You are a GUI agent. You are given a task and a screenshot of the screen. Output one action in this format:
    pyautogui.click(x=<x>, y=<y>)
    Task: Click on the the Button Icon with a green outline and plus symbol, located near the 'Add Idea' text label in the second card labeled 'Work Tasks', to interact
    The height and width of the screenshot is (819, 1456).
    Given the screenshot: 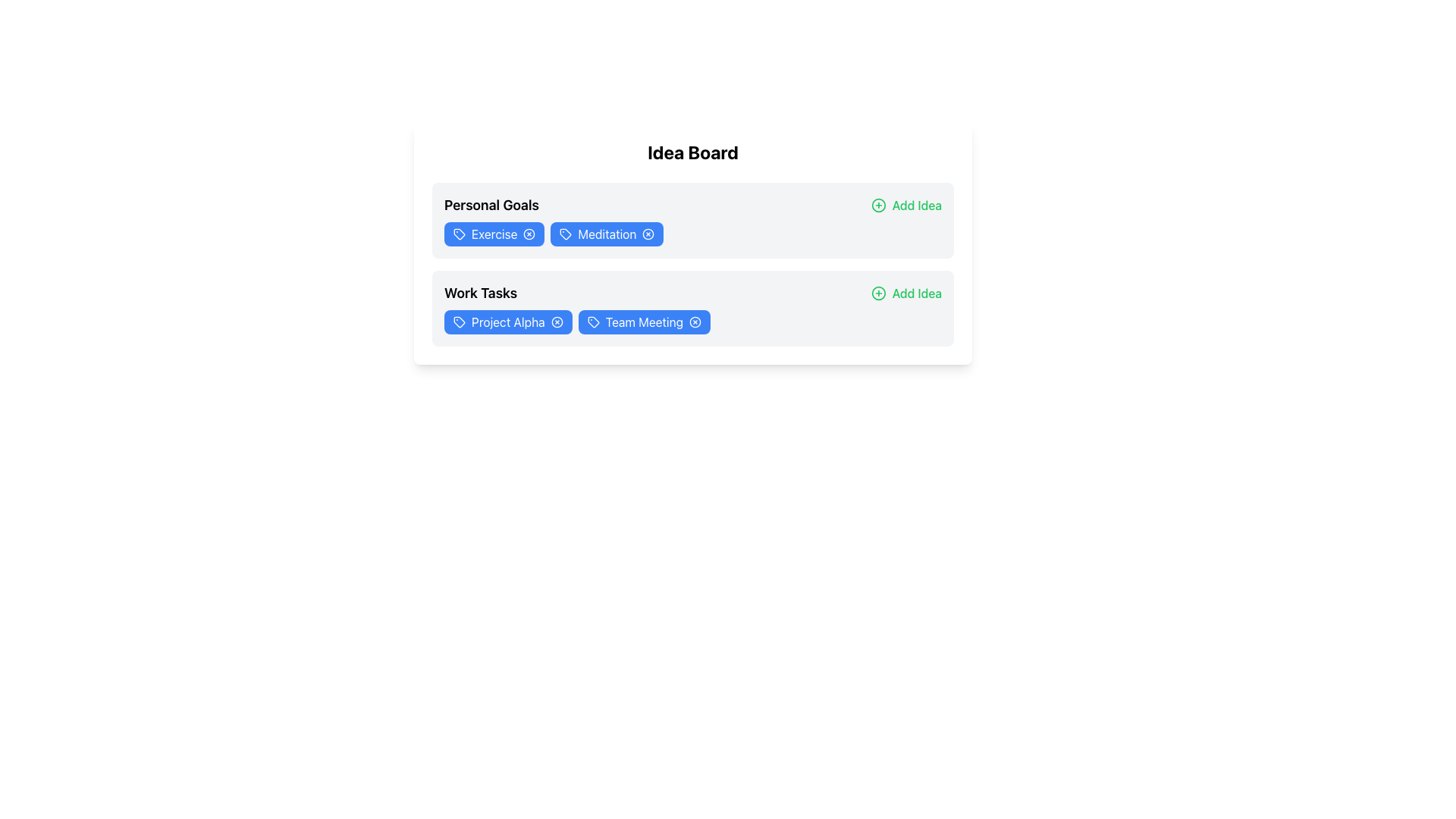 What is the action you would take?
    pyautogui.click(x=878, y=293)
    